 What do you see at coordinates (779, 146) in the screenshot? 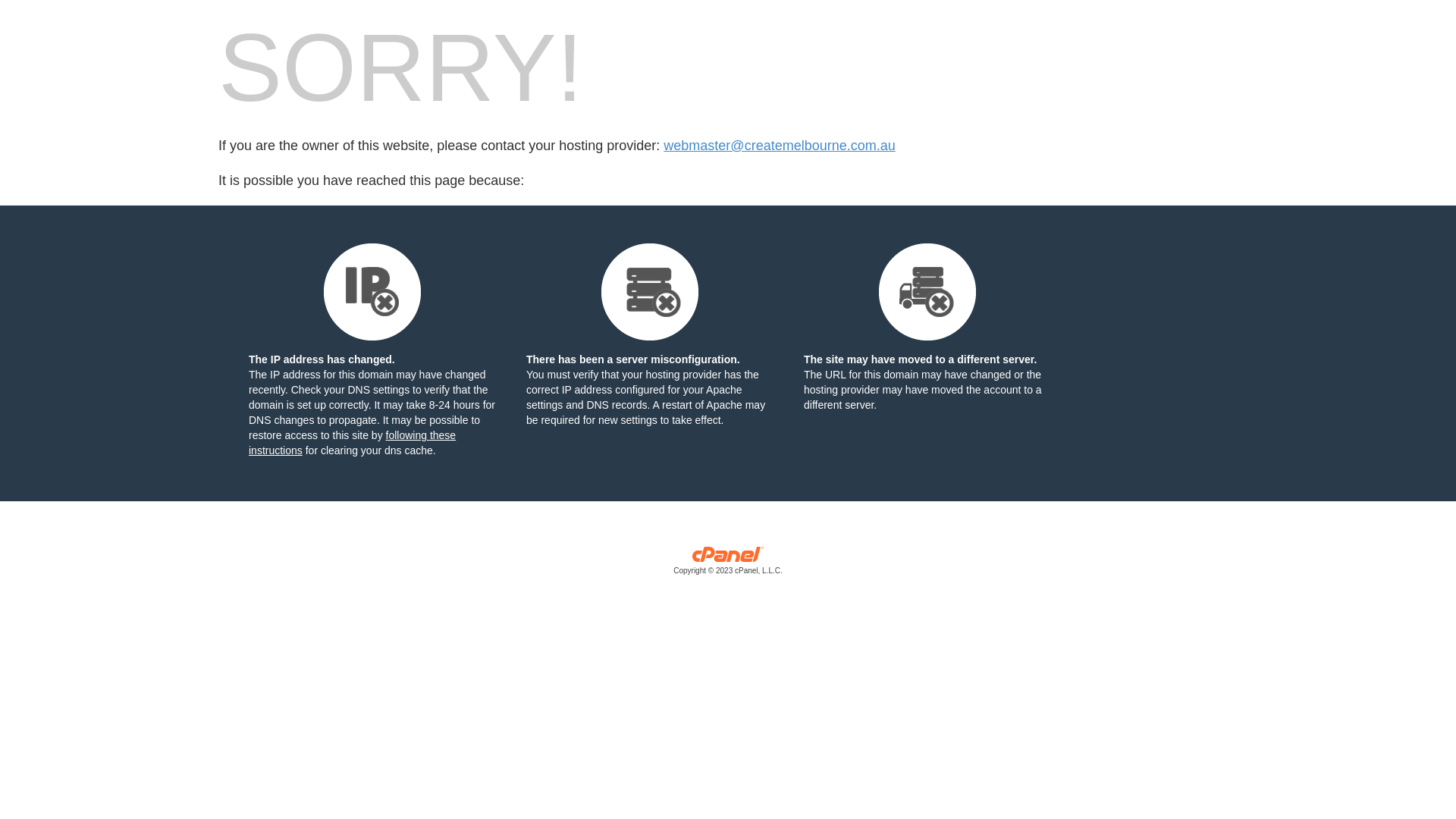
I see `'webmaster@createmelbourne.com.au'` at bounding box center [779, 146].